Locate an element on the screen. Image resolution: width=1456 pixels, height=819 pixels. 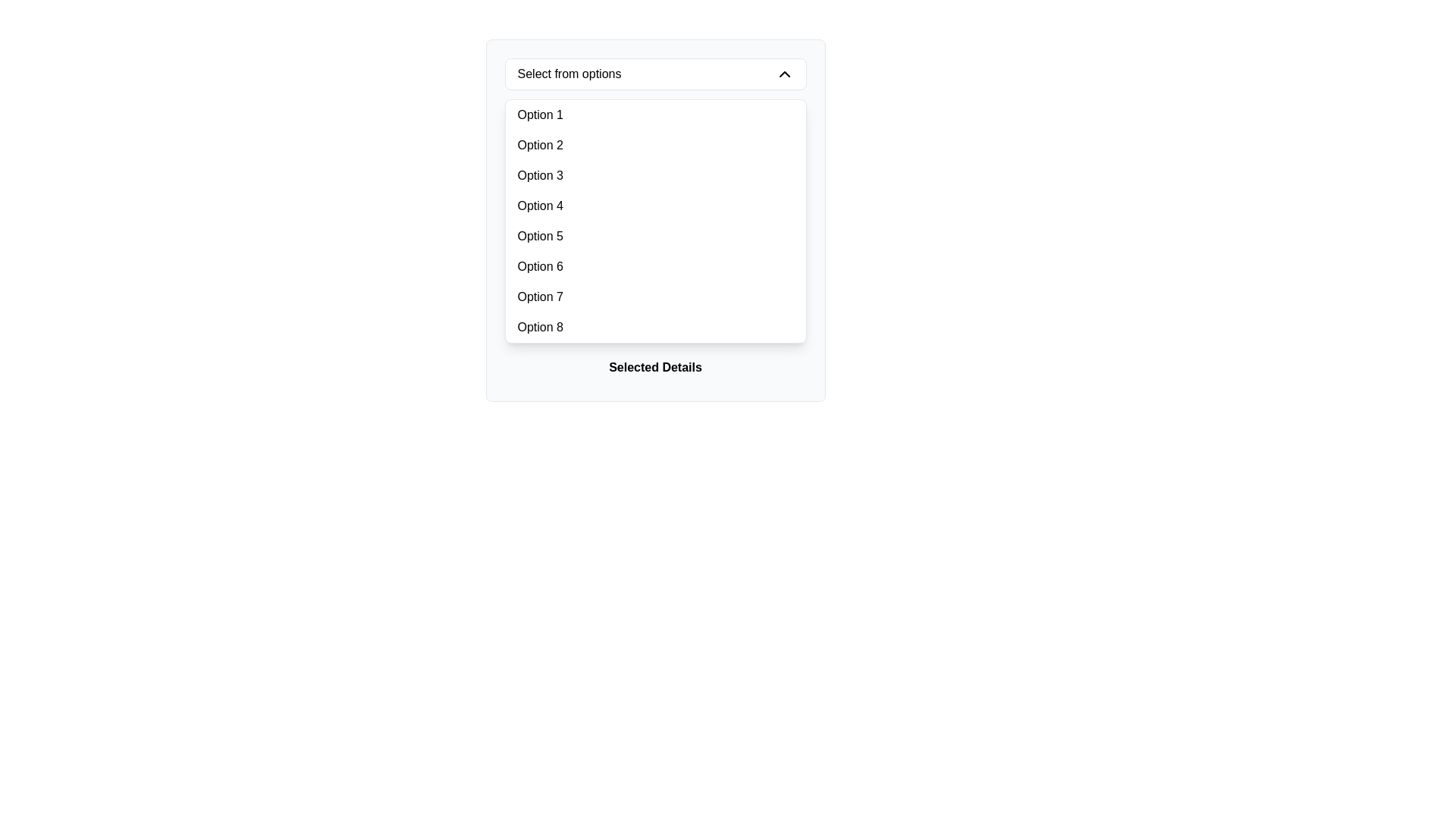
the dropdown menu item labeled 'Option 3' is located at coordinates (540, 174).